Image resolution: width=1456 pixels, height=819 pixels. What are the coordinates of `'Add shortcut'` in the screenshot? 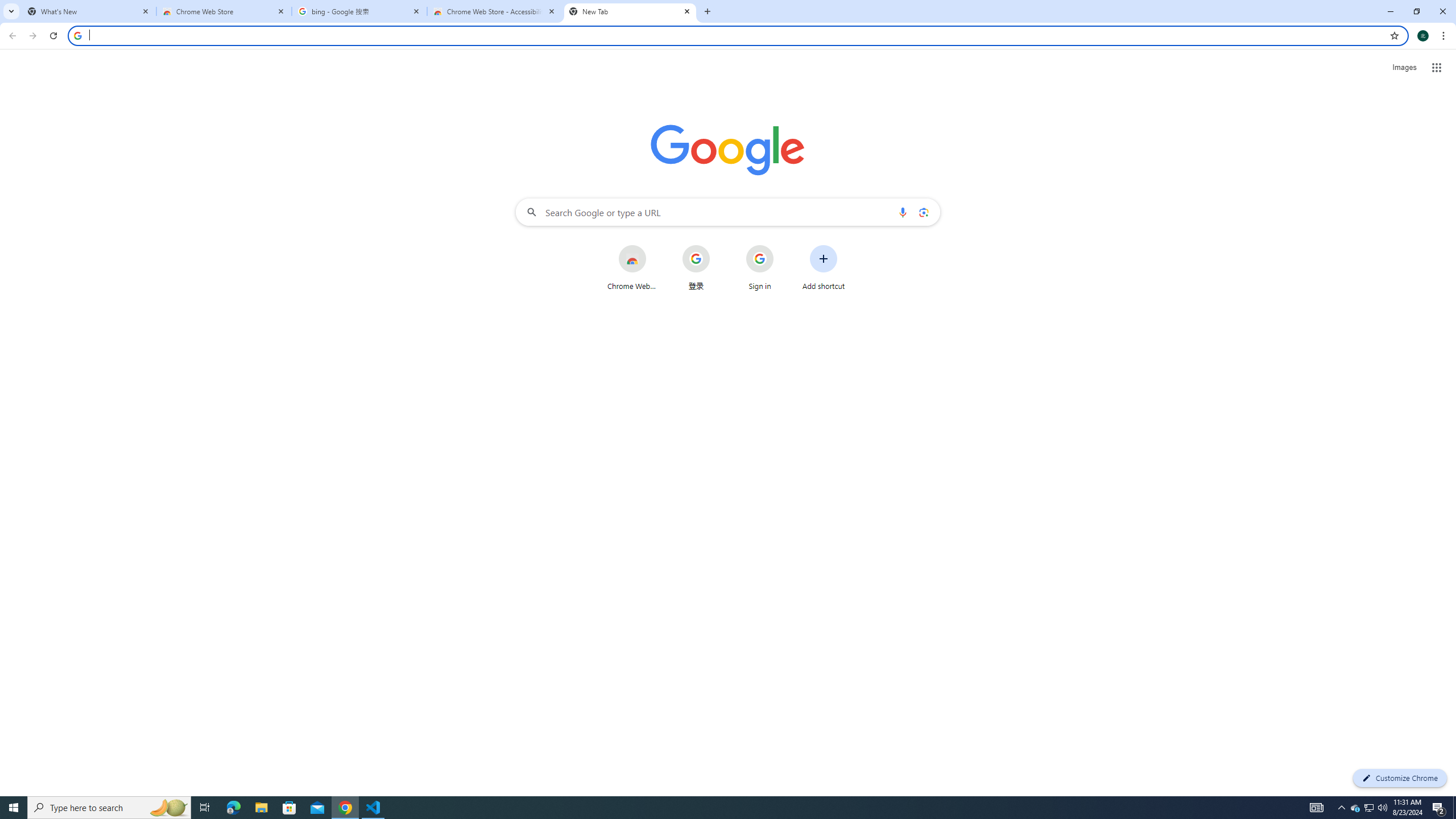 It's located at (823, 267).